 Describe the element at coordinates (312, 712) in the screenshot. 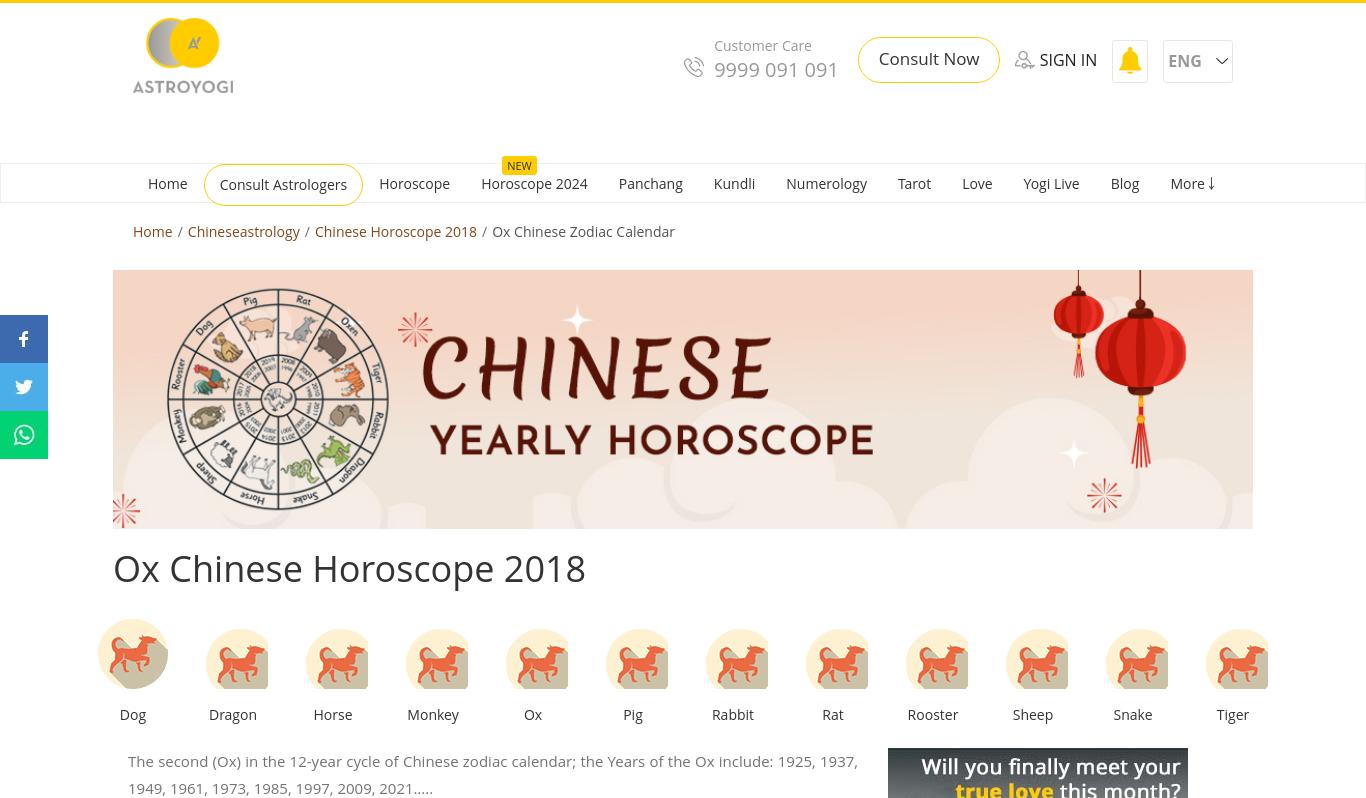

I see `'Horse'` at that location.